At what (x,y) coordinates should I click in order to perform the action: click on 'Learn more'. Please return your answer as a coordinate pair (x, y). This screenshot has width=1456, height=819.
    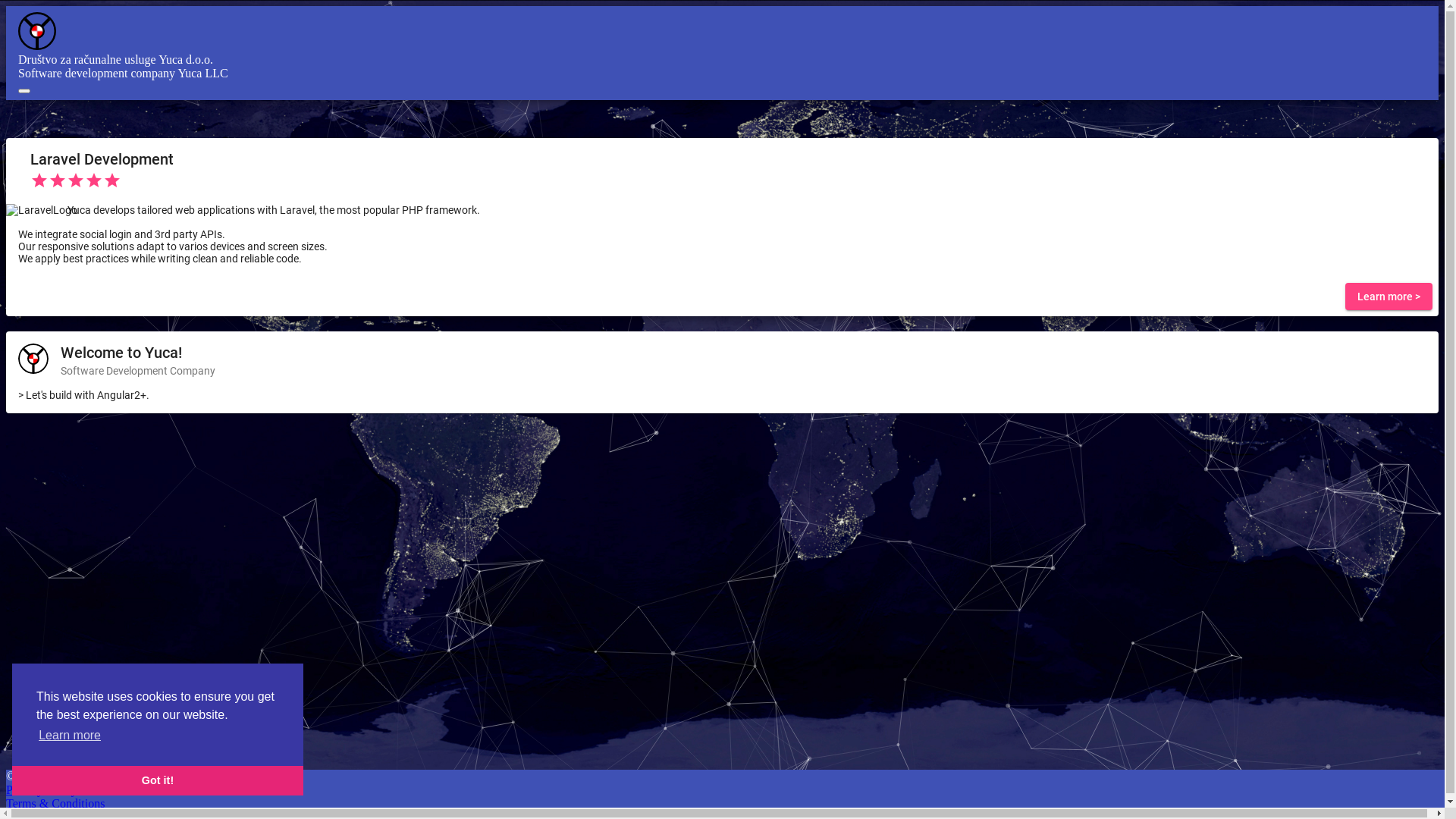
    Looking at the image, I should click on (68, 734).